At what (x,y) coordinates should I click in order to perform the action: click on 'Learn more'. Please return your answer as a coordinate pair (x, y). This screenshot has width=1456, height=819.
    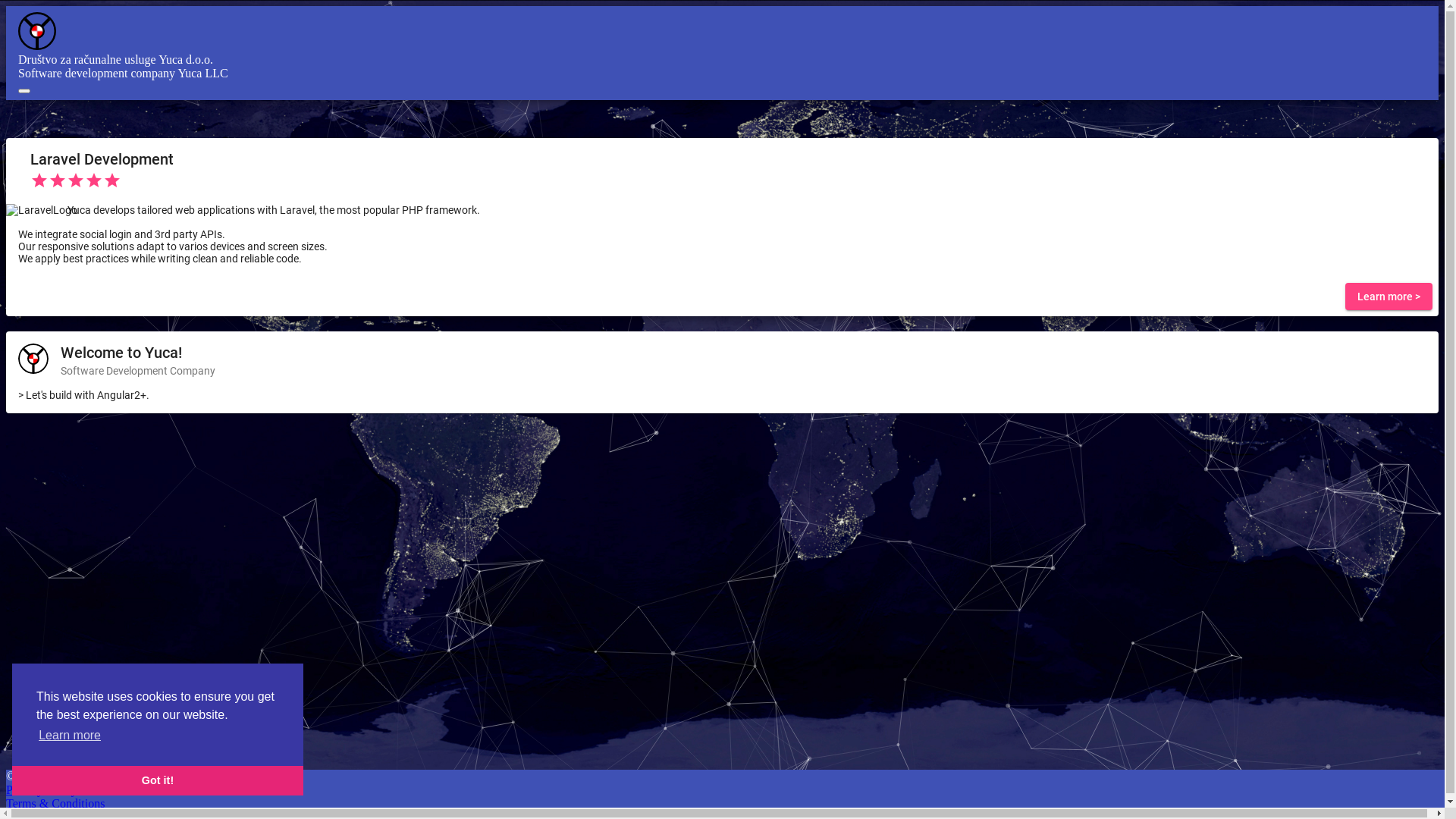
    Looking at the image, I should click on (68, 734).